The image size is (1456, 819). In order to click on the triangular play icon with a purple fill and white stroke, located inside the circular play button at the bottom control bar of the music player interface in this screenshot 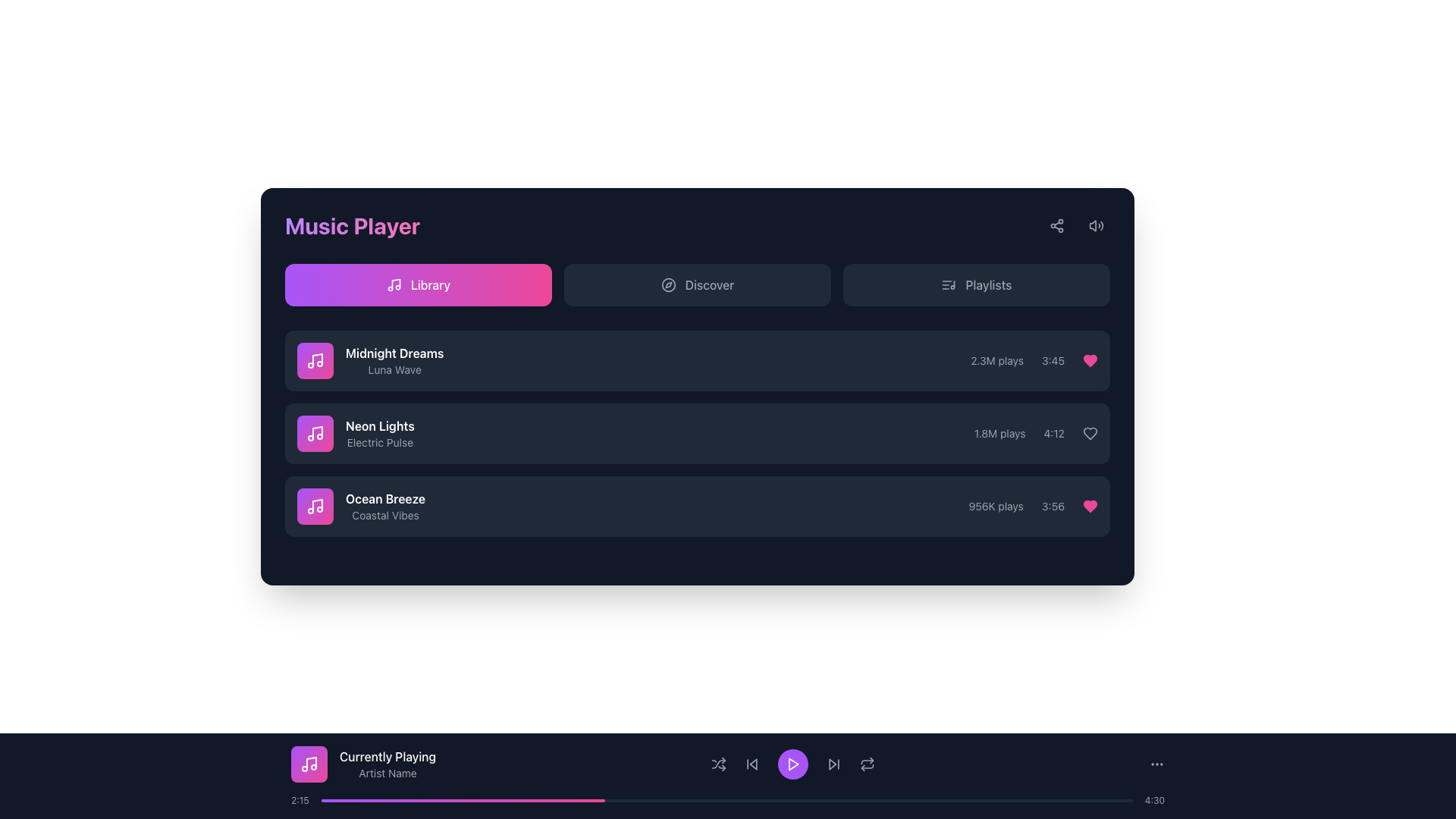, I will do `click(792, 764)`.